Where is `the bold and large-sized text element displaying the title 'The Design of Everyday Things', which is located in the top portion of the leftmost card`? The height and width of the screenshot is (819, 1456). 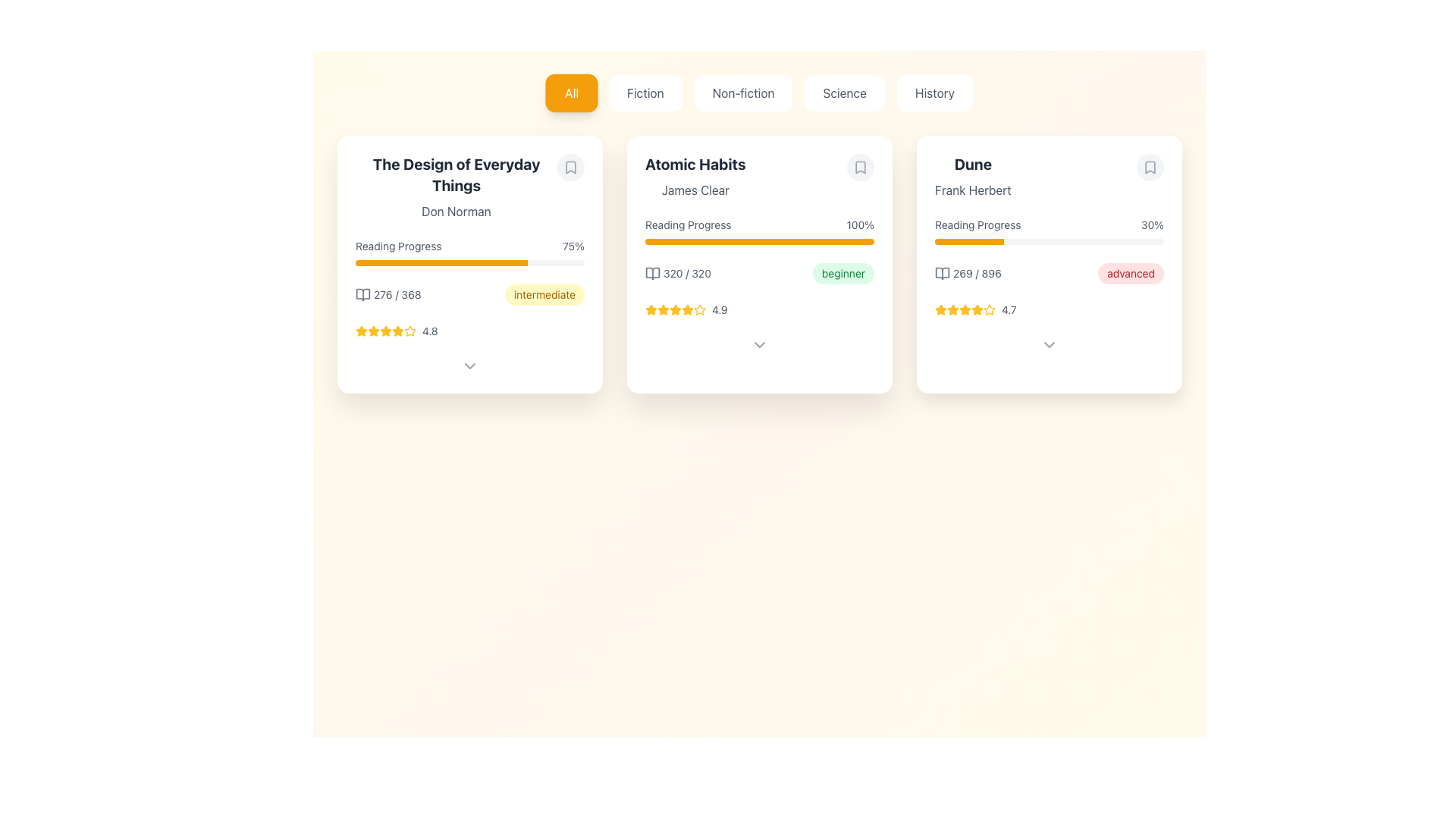 the bold and large-sized text element displaying the title 'The Design of Everyday Things', which is located in the top portion of the leftmost card is located at coordinates (455, 174).